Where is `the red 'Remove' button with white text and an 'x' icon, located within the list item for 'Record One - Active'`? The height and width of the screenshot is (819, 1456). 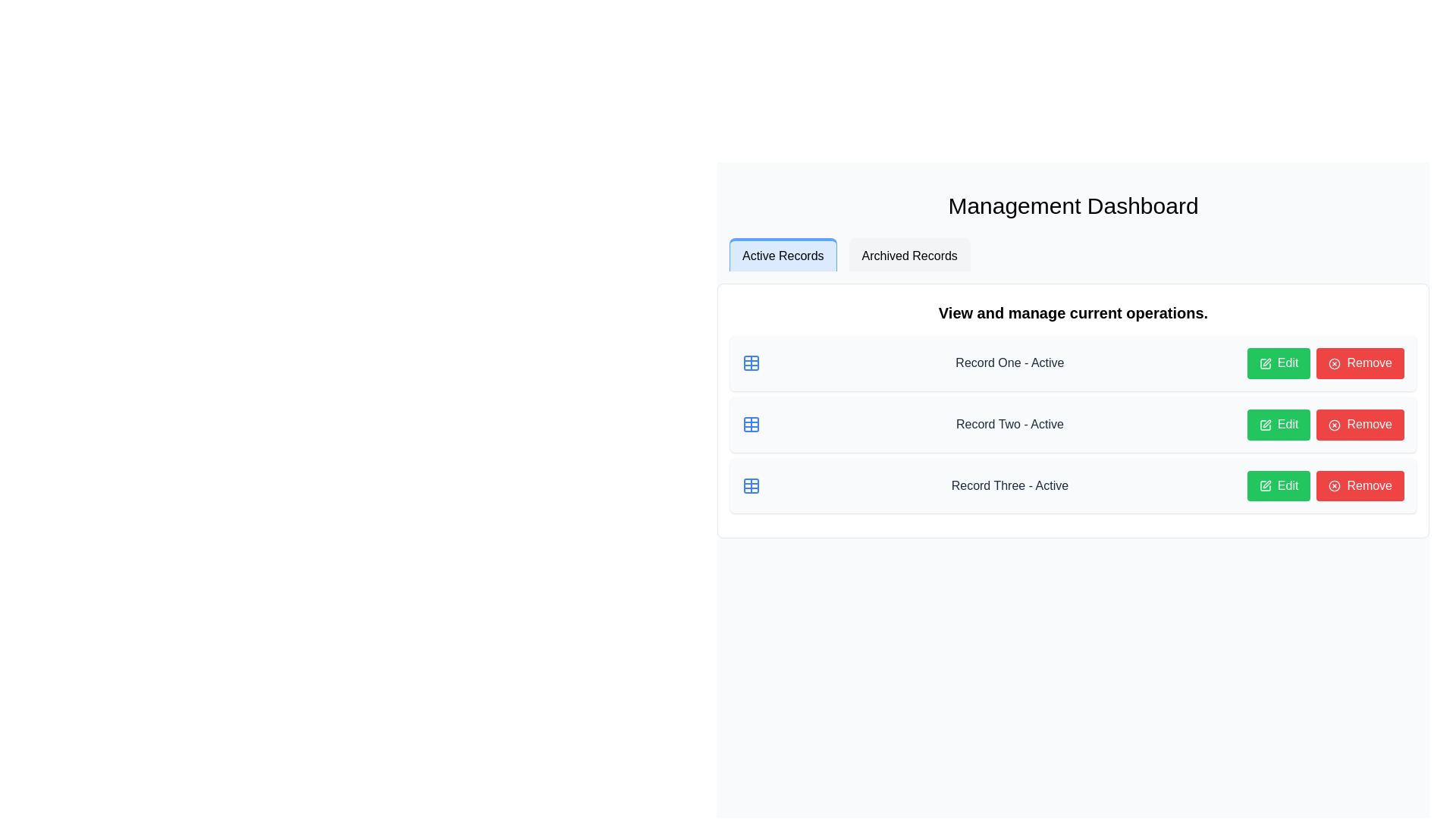
the red 'Remove' button with white text and an 'x' icon, located within the list item for 'Record One - Active' is located at coordinates (1360, 363).